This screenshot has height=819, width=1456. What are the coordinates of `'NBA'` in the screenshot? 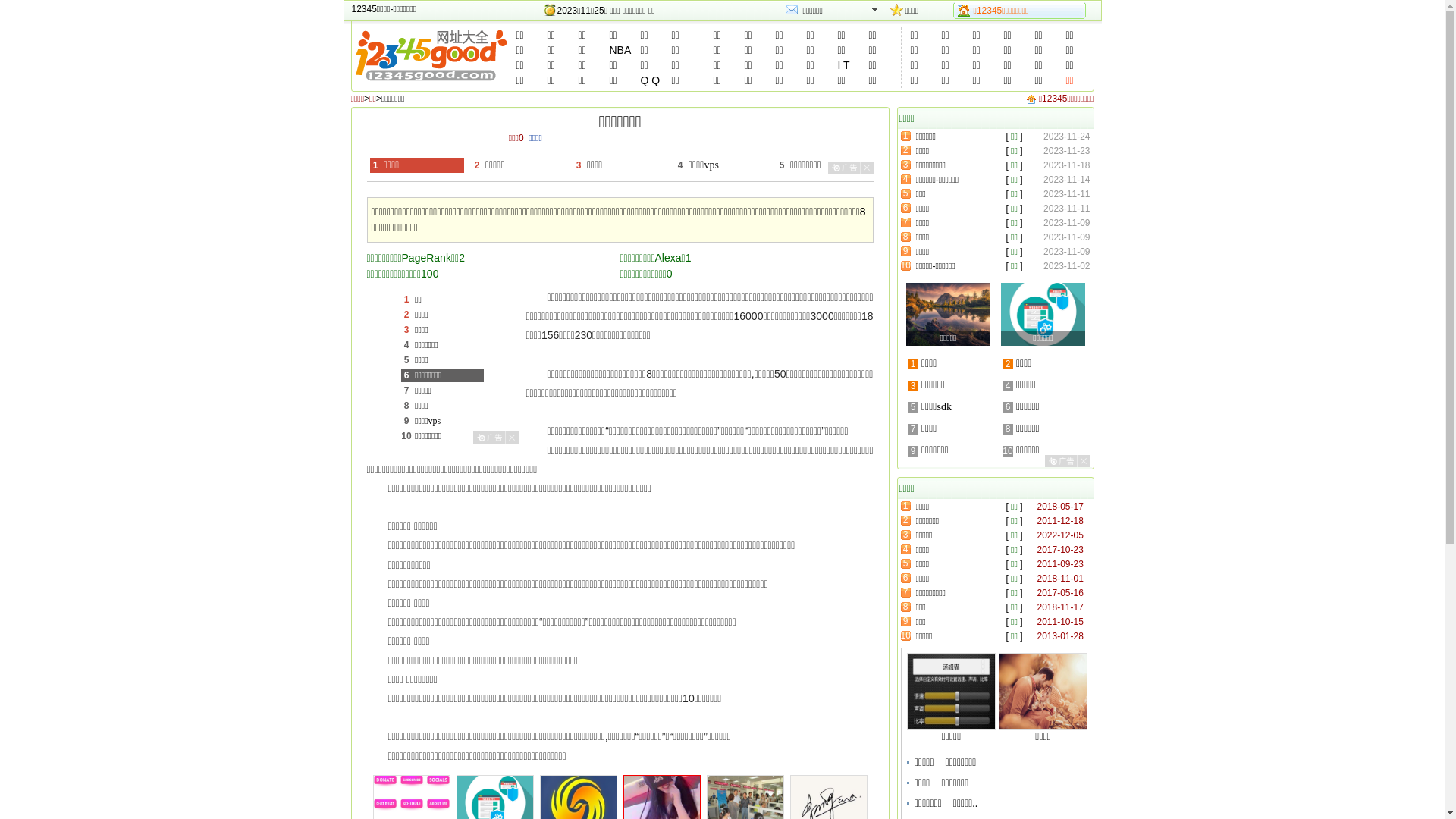 It's located at (620, 49).